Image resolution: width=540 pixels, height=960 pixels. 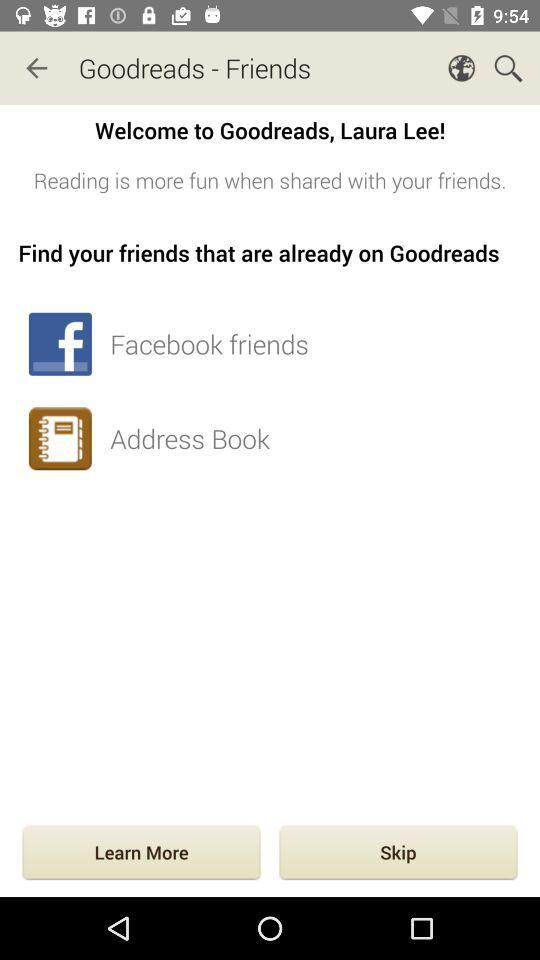 What do you see at coordinates (36, 68) in the screenshot?
I see `icon next to goodreads - friends` at bounding box center [36, 68].